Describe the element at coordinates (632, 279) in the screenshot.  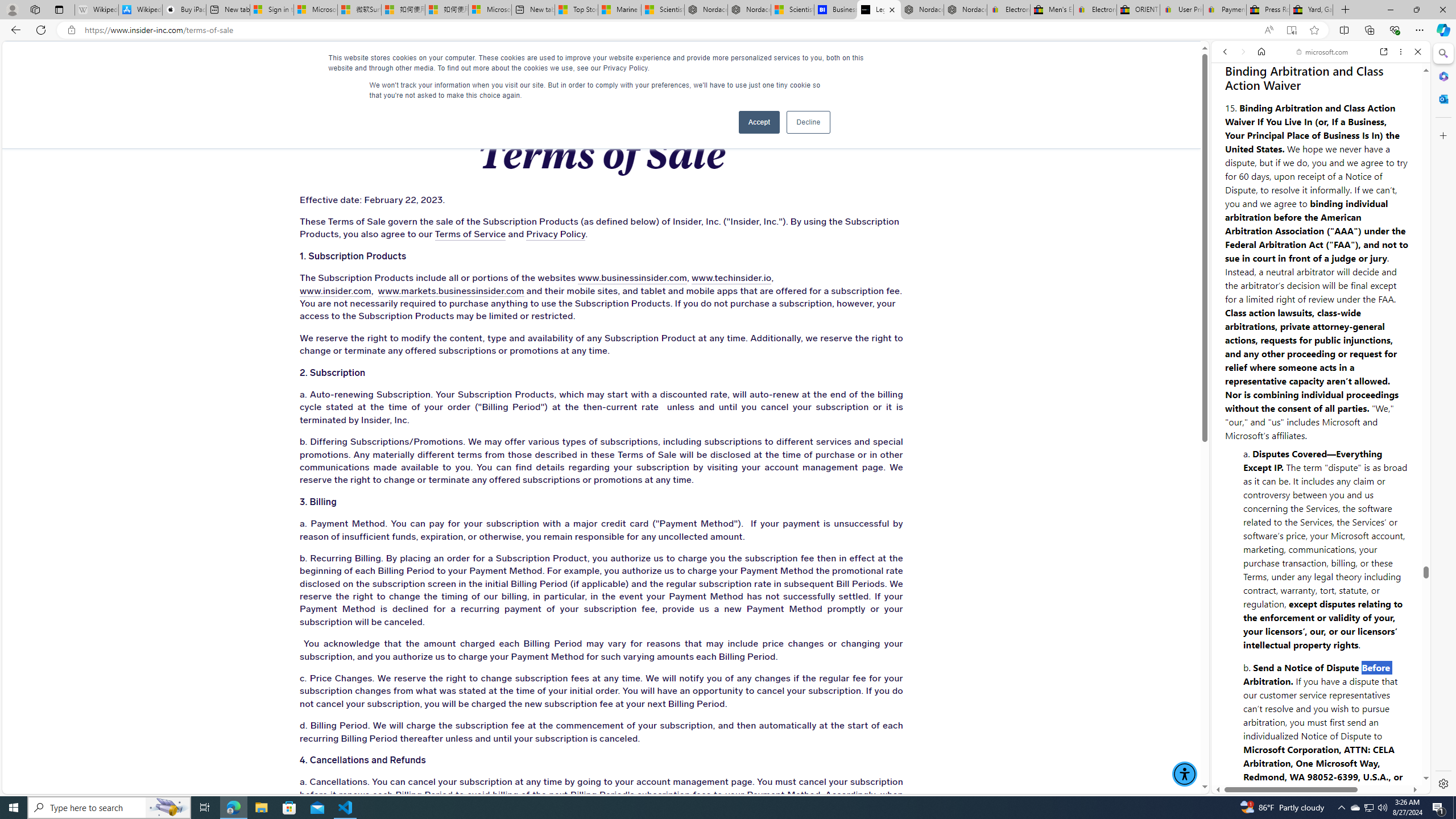
I see `'www.businessinsider.com'` at that location.